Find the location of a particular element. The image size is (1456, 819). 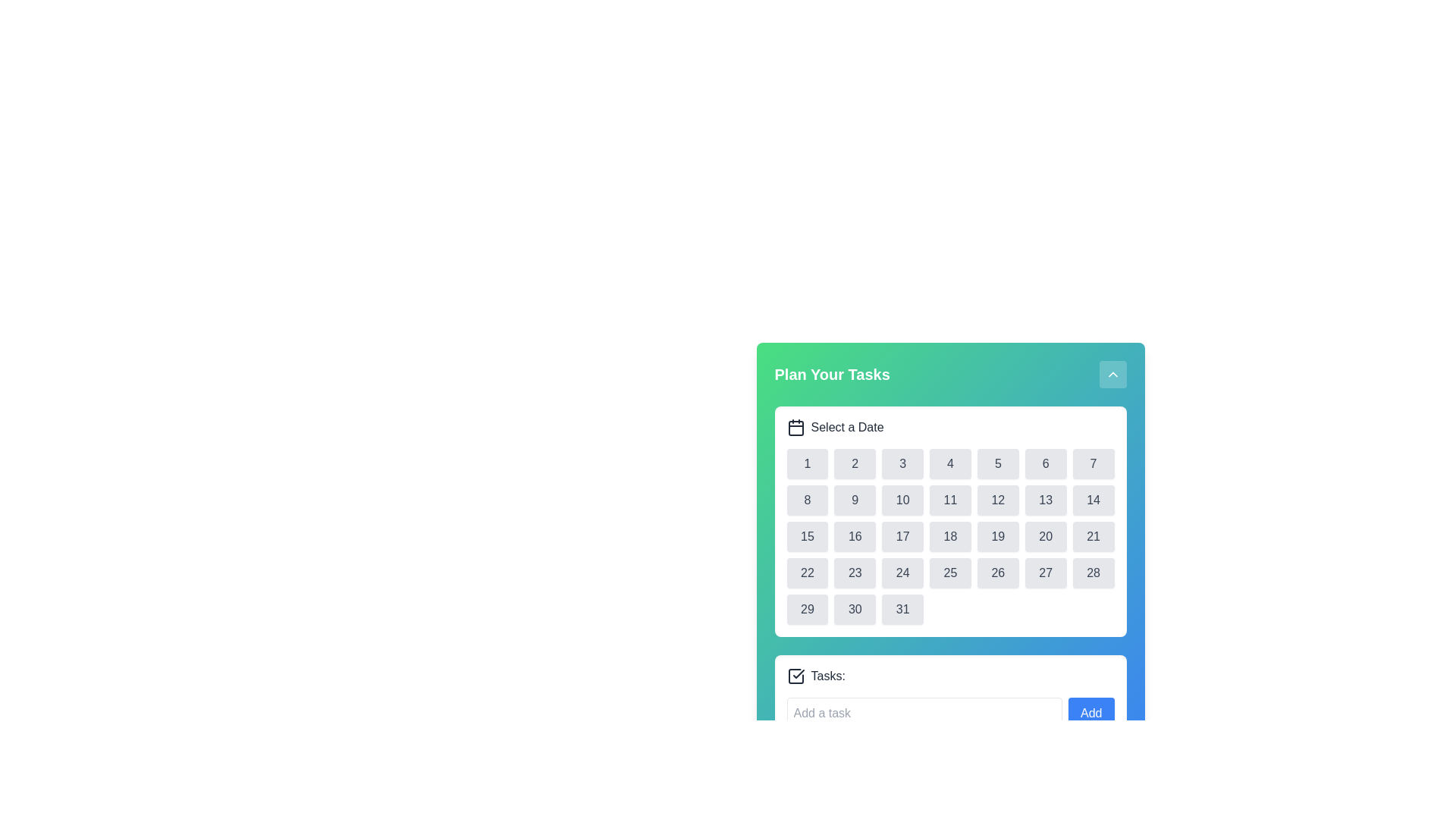

the button representing the 31st day is located at coordinates (902, 608).